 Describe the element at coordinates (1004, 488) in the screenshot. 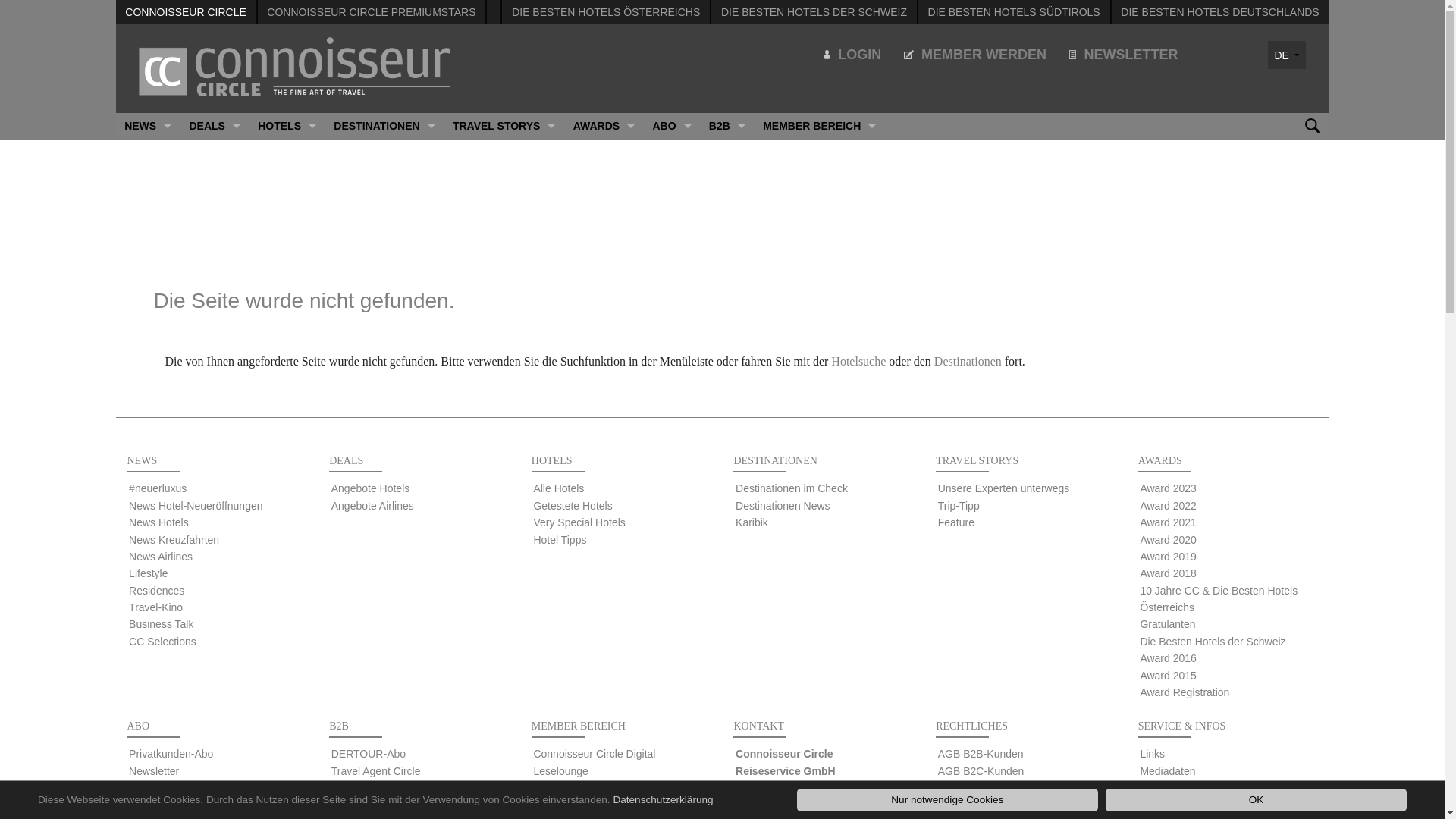

I see `'Unsere Experten unterwegs'` at that location.